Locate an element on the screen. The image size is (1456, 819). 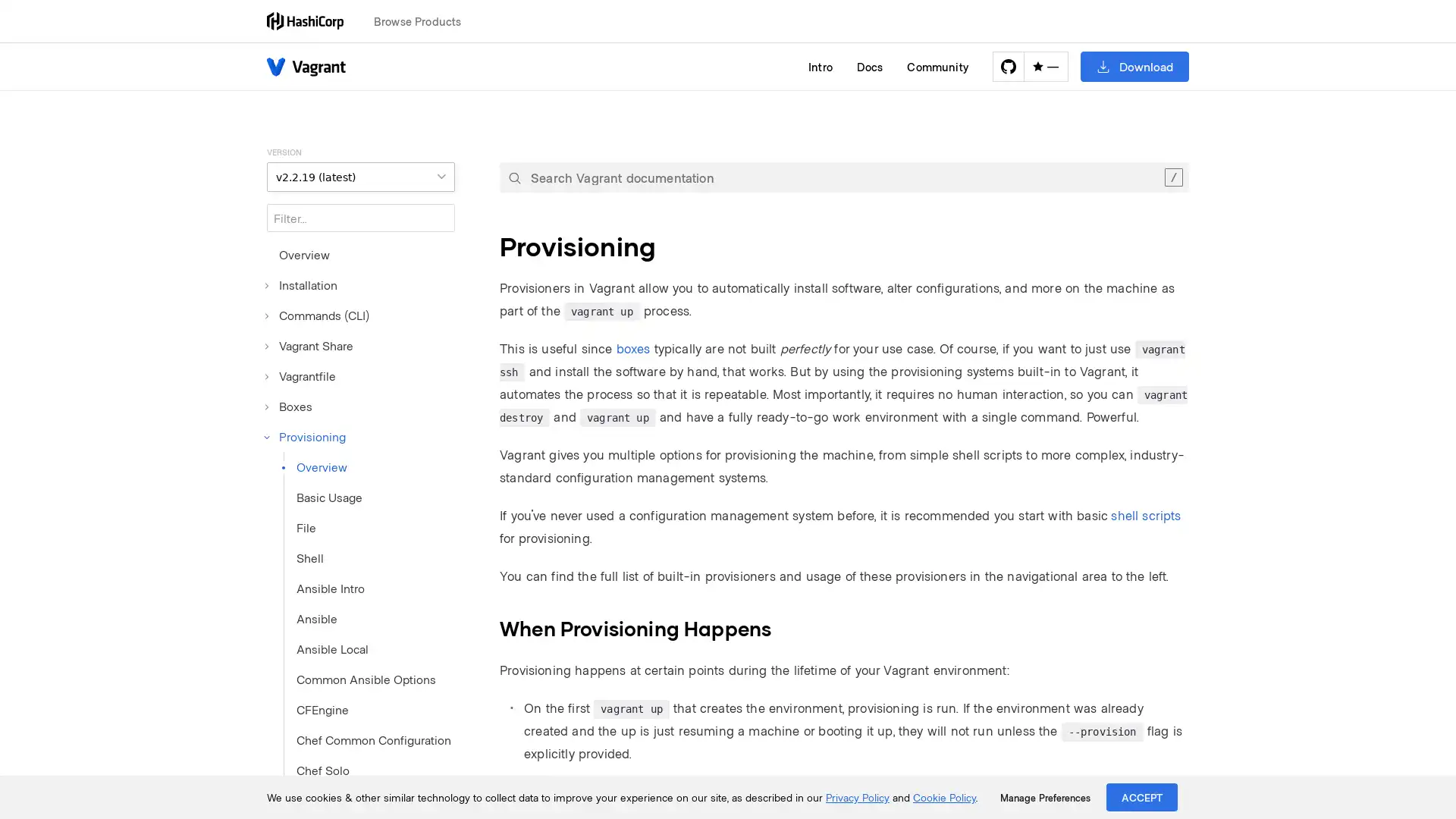
Installation is located at coordinates (302, 284).